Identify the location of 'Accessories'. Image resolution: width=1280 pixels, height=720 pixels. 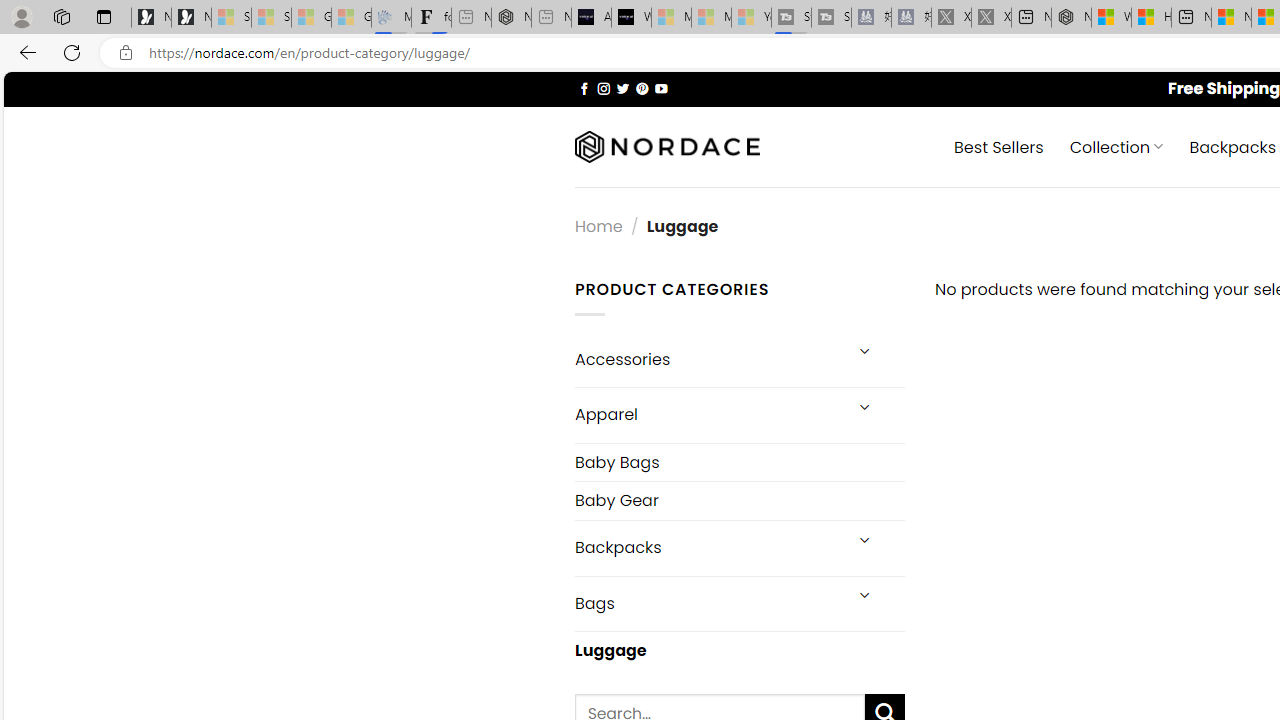
(707, 358).